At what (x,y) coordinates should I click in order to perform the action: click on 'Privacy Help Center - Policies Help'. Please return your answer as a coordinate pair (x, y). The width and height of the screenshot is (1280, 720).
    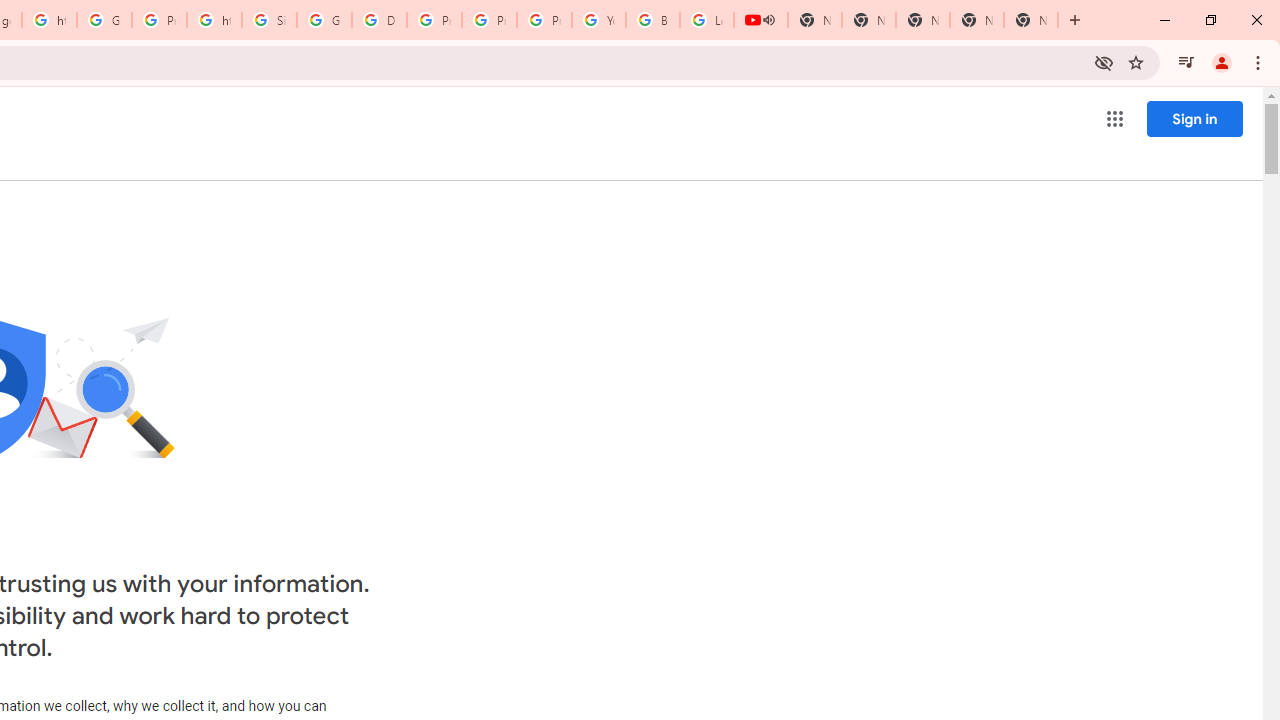
    Looking at the image, I should click on (489, 20).